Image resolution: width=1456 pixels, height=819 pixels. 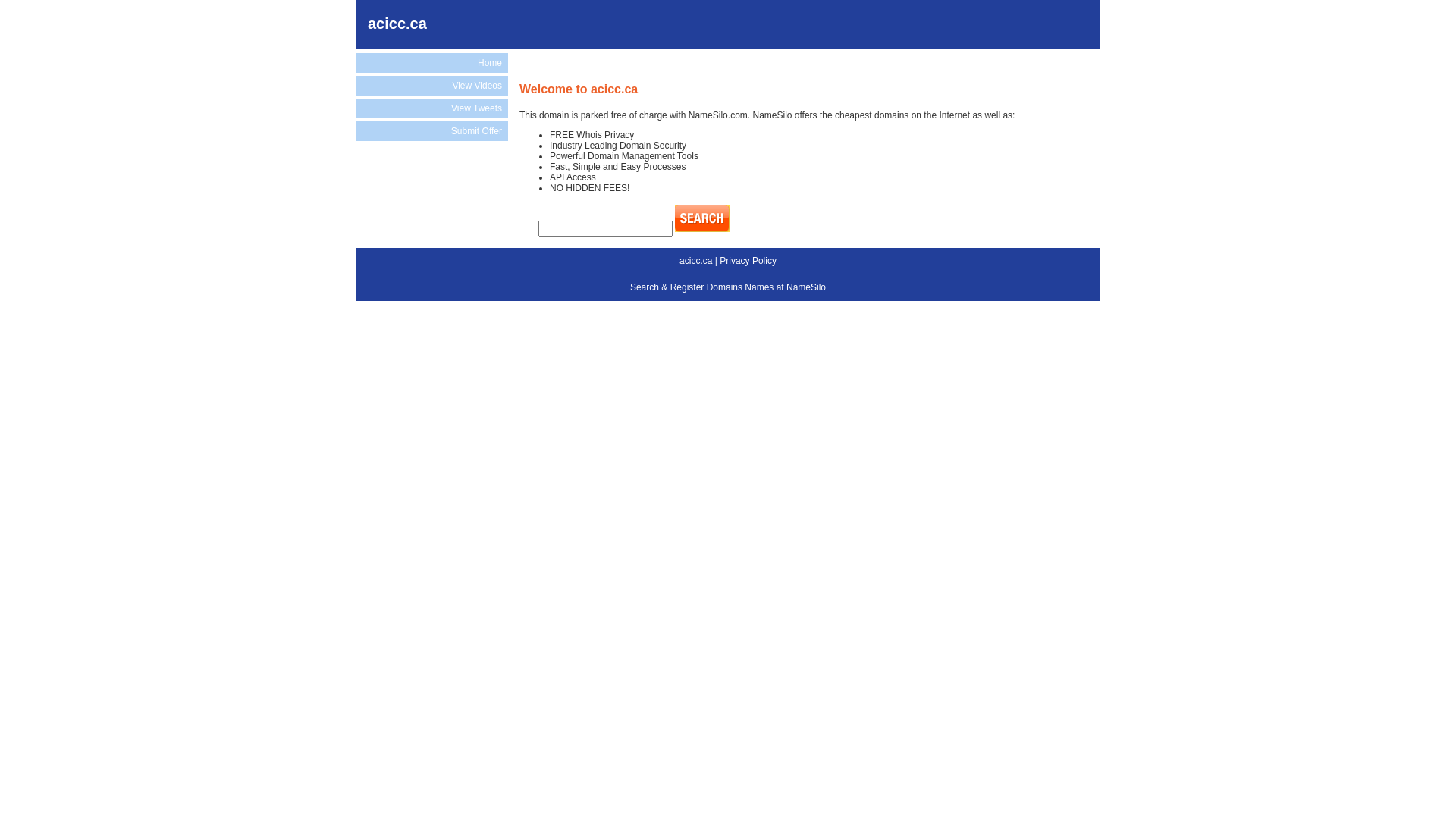 I want to click on 'Home', so click(x=431, y=62).